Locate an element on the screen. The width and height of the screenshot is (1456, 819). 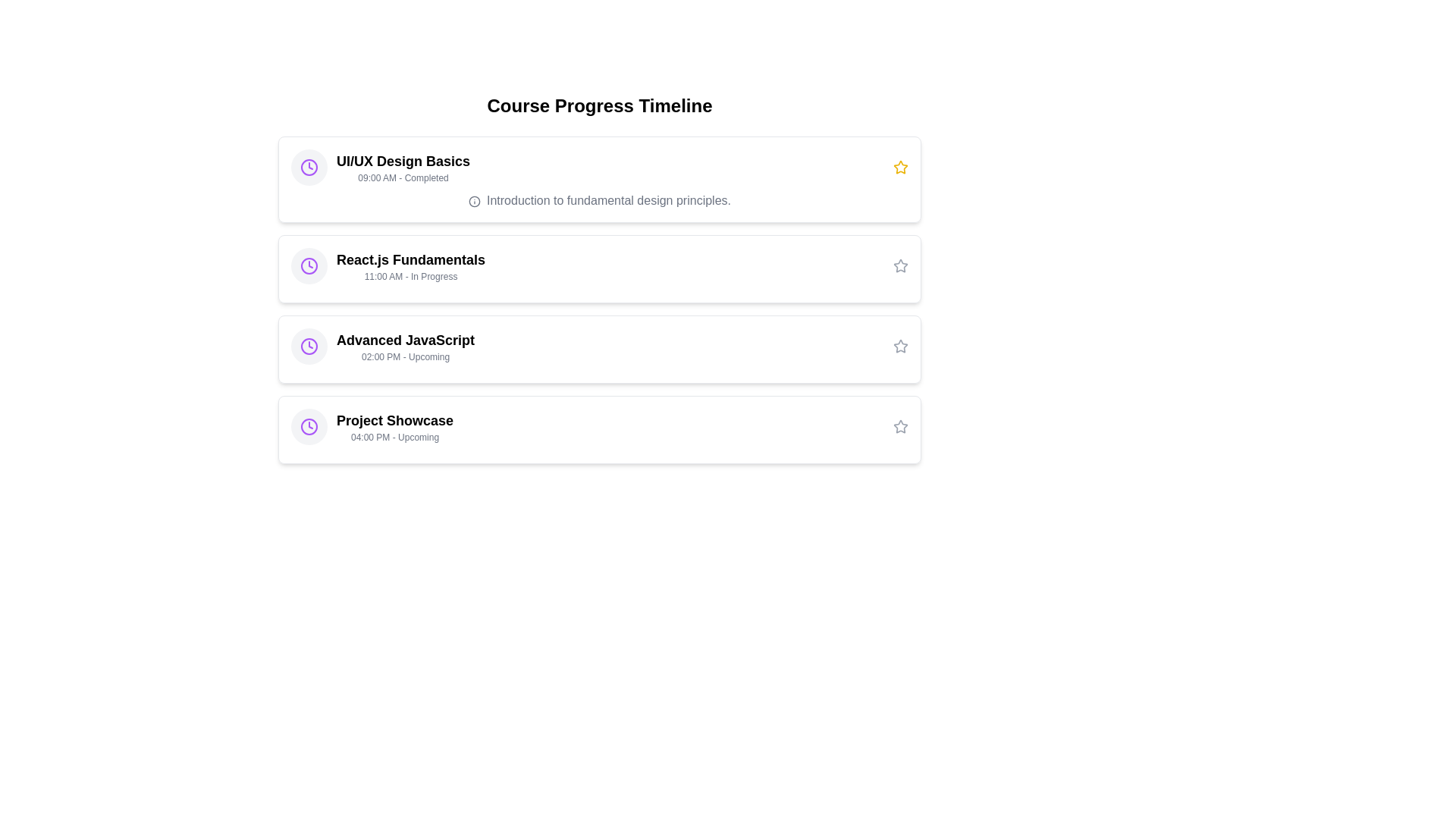
the circular clock icon with a purple outline and white background, which is positioned to the left of the 'React.js Fundamentals' list element is located at coordinates (309, 167).